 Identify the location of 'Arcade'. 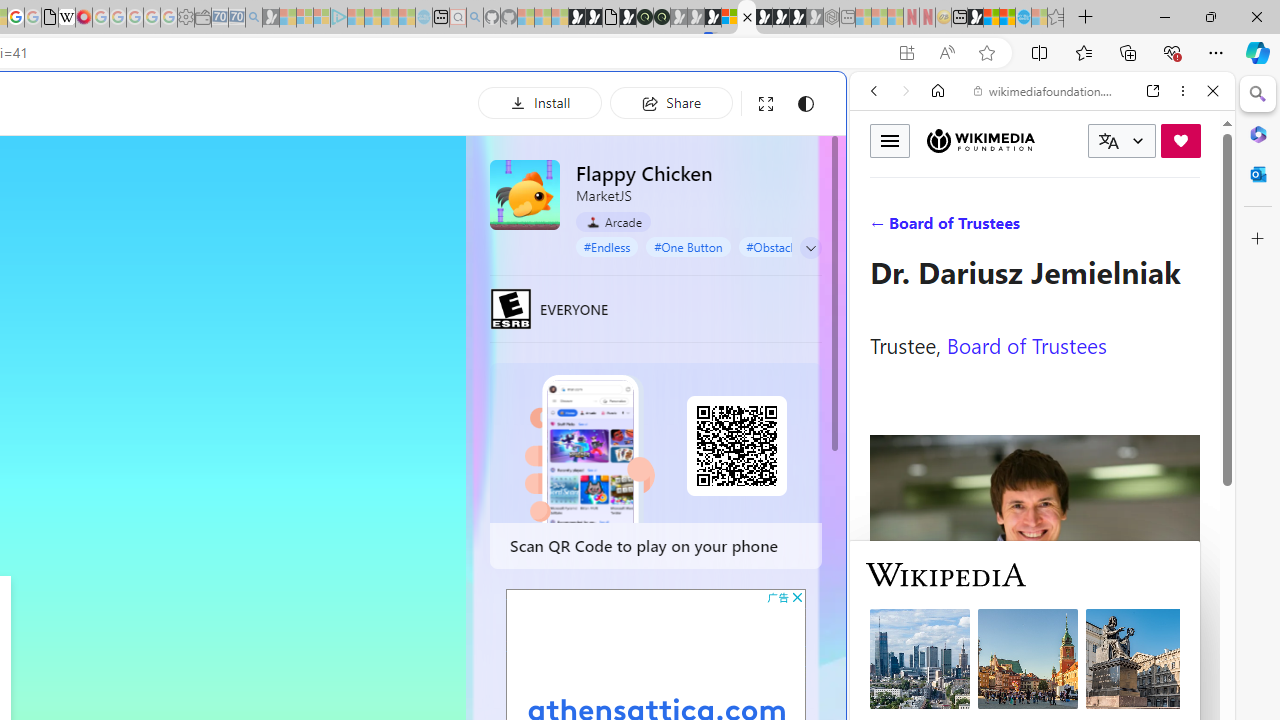
(612, 222).